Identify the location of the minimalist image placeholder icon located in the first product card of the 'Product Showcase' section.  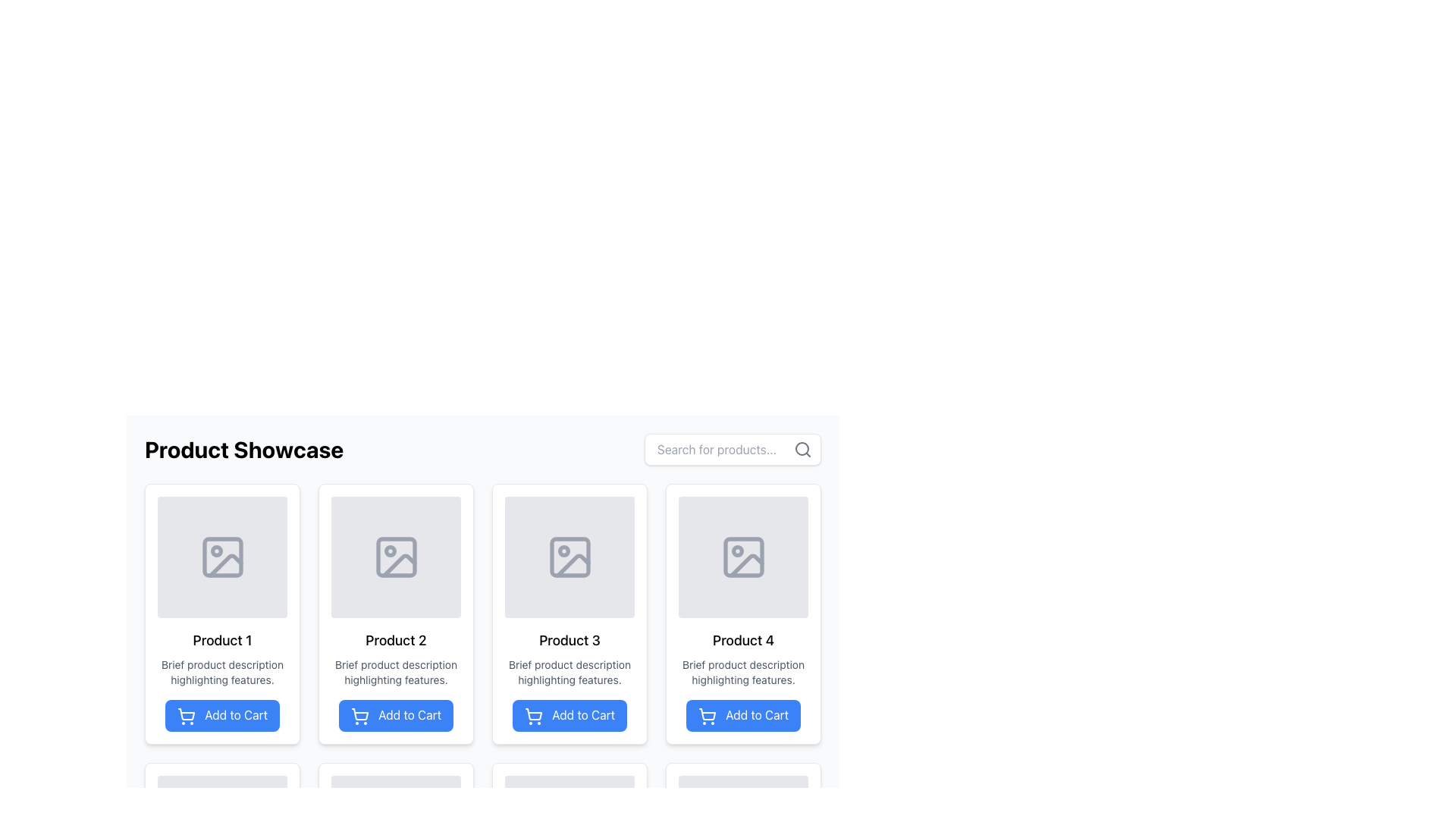
(221, 557).